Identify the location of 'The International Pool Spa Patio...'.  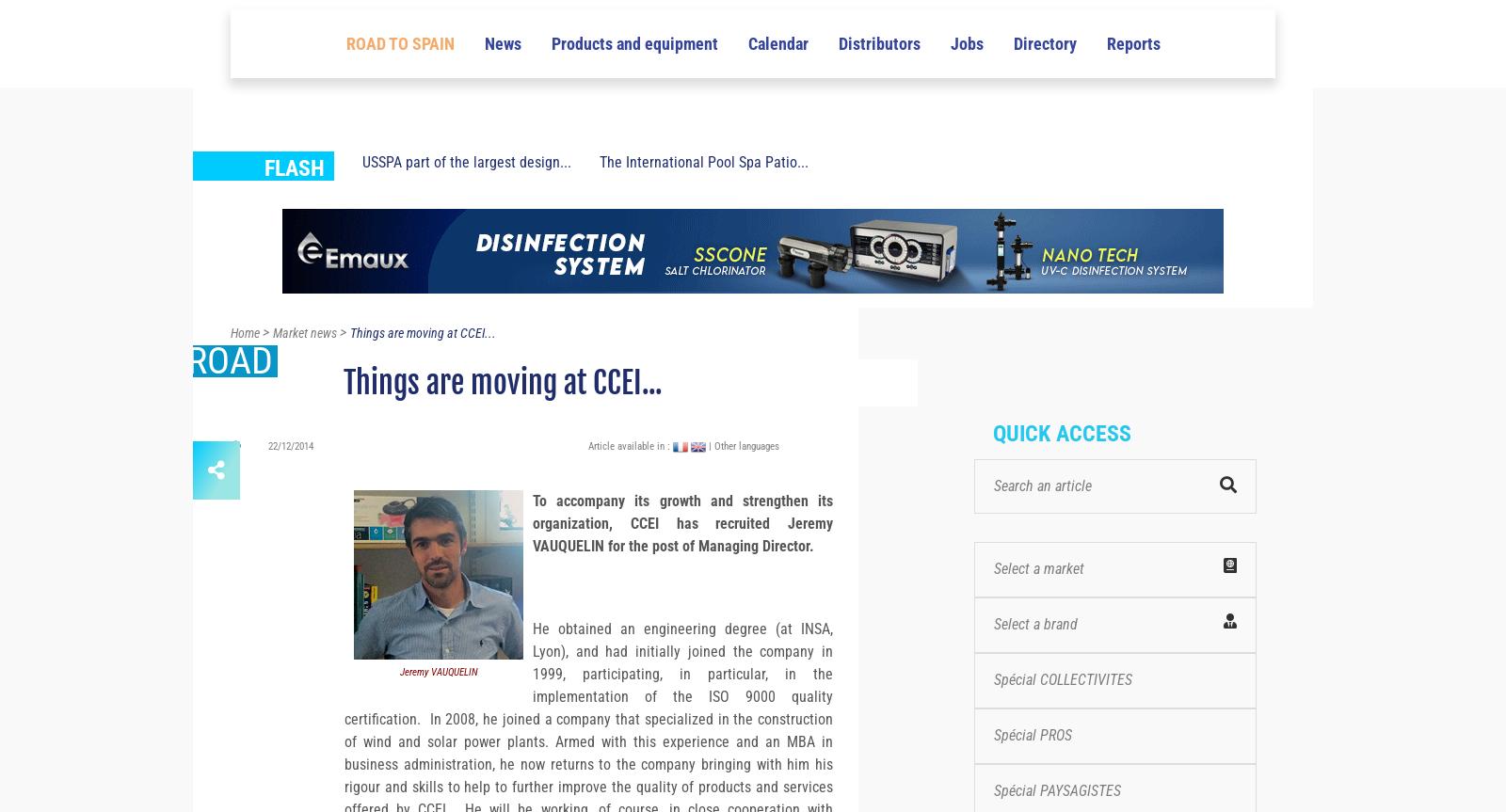
(704, 196).